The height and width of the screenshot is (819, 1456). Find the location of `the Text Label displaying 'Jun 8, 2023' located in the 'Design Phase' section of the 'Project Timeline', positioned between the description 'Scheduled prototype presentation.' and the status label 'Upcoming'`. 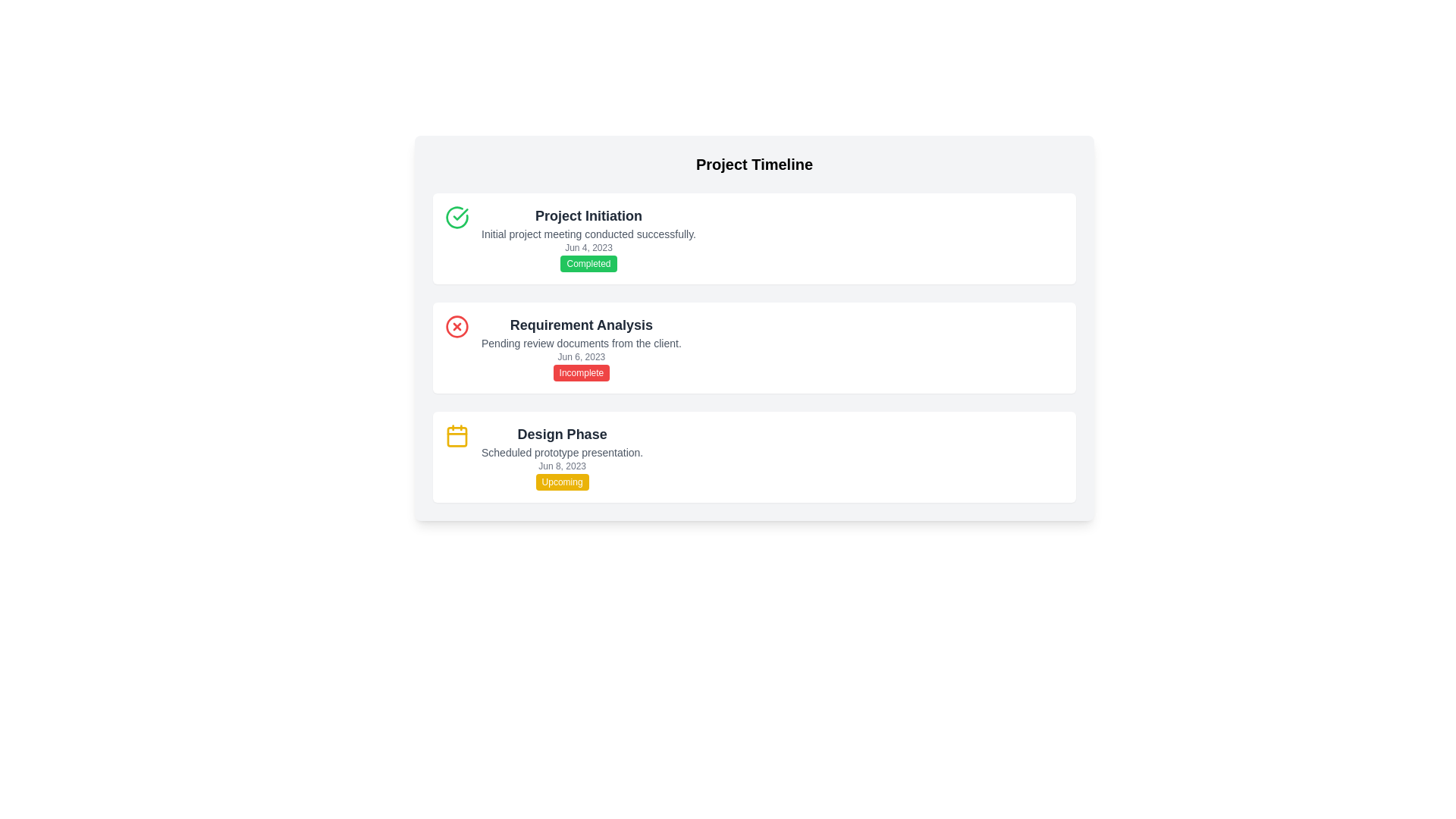

the Text Label displaying 'Jun 8, 2023' located in the 'Design Phase' section of the 'Project Timeline', positioned between the description 'Scheduled prototype presentation.' and the status label 'Upcoming' is located at coordinates (561, 465).